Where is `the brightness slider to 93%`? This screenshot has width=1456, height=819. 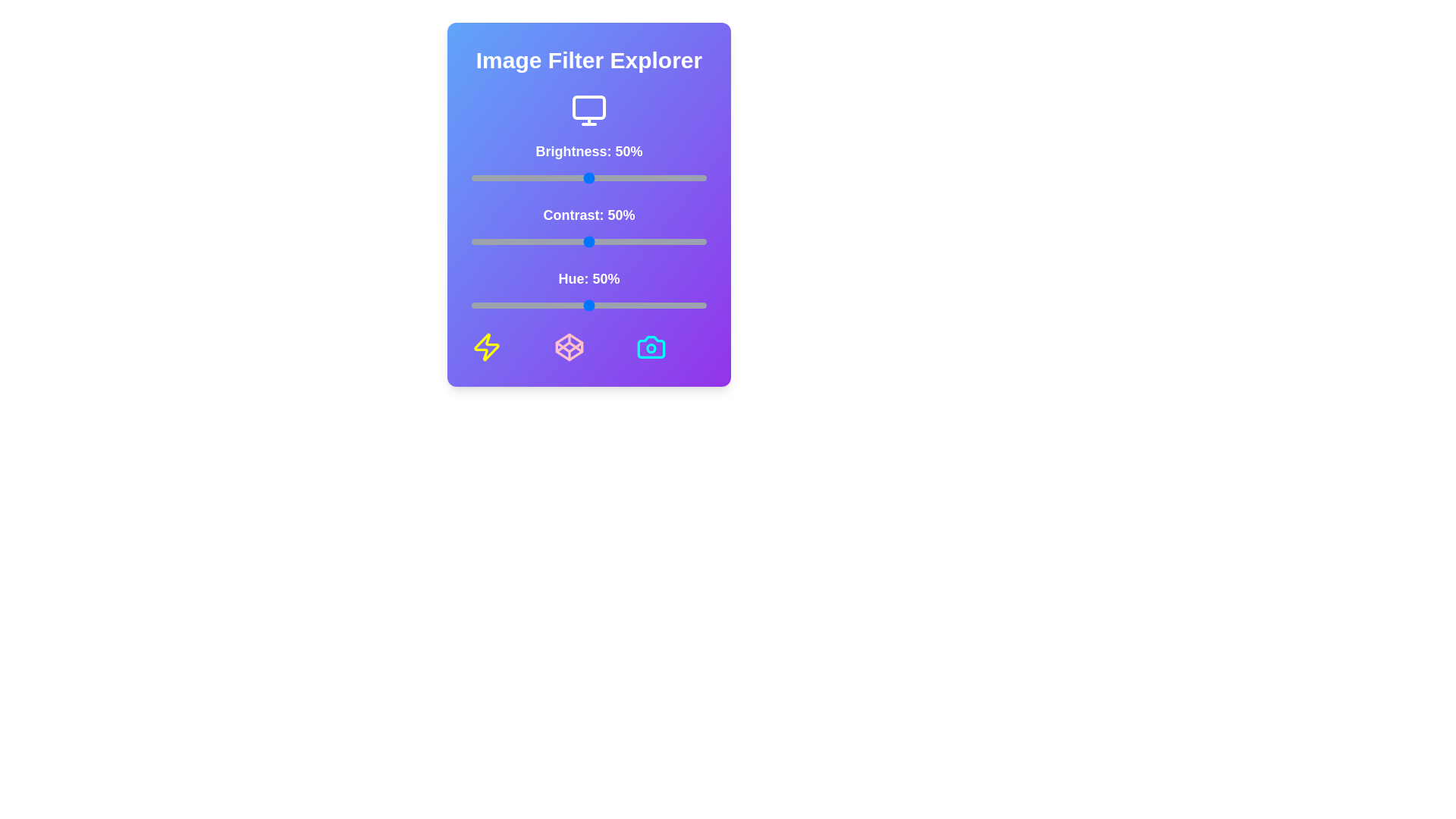 the brightness slider to 93% is located at coordinates (689, 177).